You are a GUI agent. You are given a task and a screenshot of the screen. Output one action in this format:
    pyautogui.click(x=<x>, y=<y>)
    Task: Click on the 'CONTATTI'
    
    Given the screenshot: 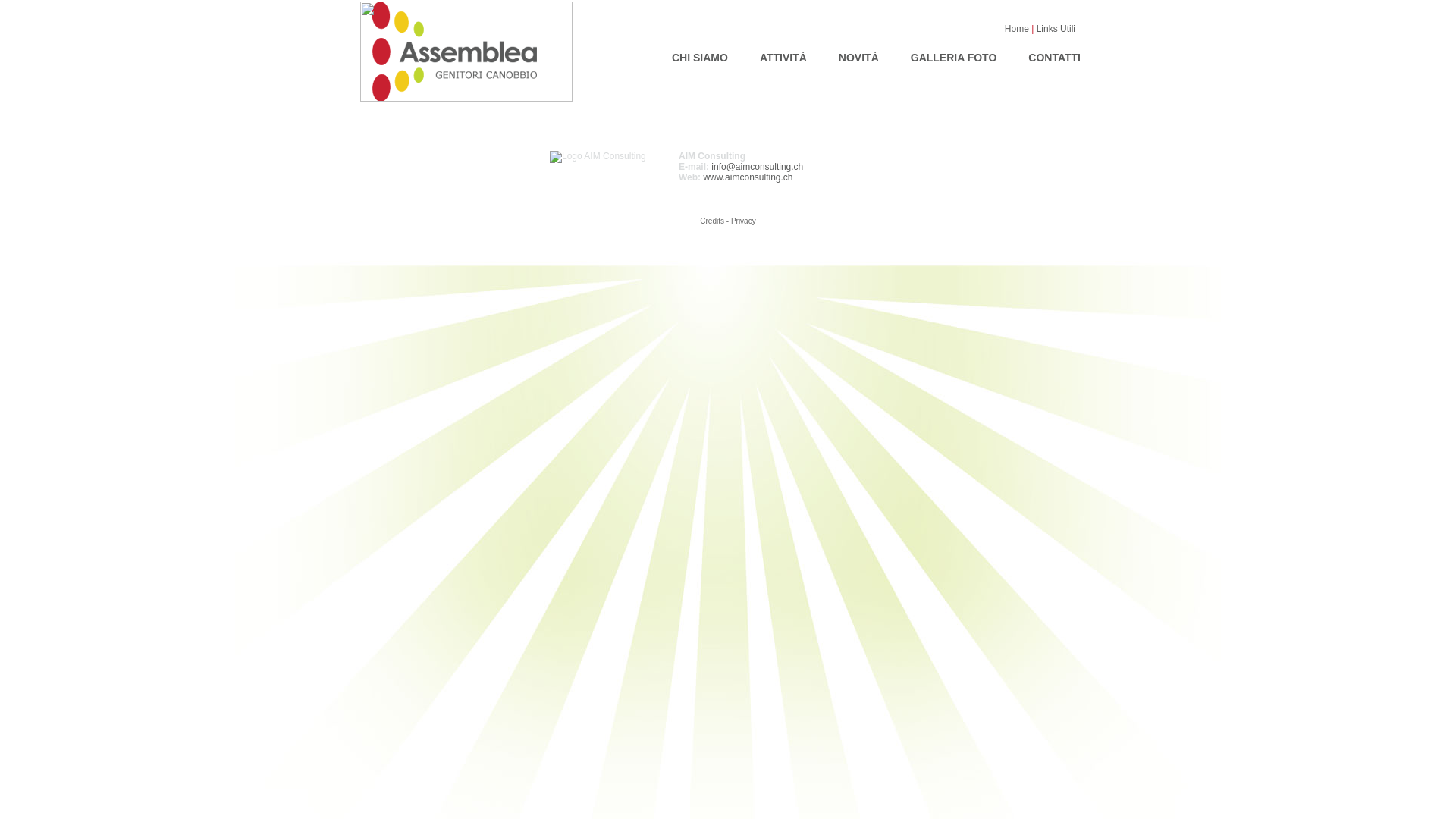 What is the action you would take?
    pyautogui.click(x=1053, y=55)
    